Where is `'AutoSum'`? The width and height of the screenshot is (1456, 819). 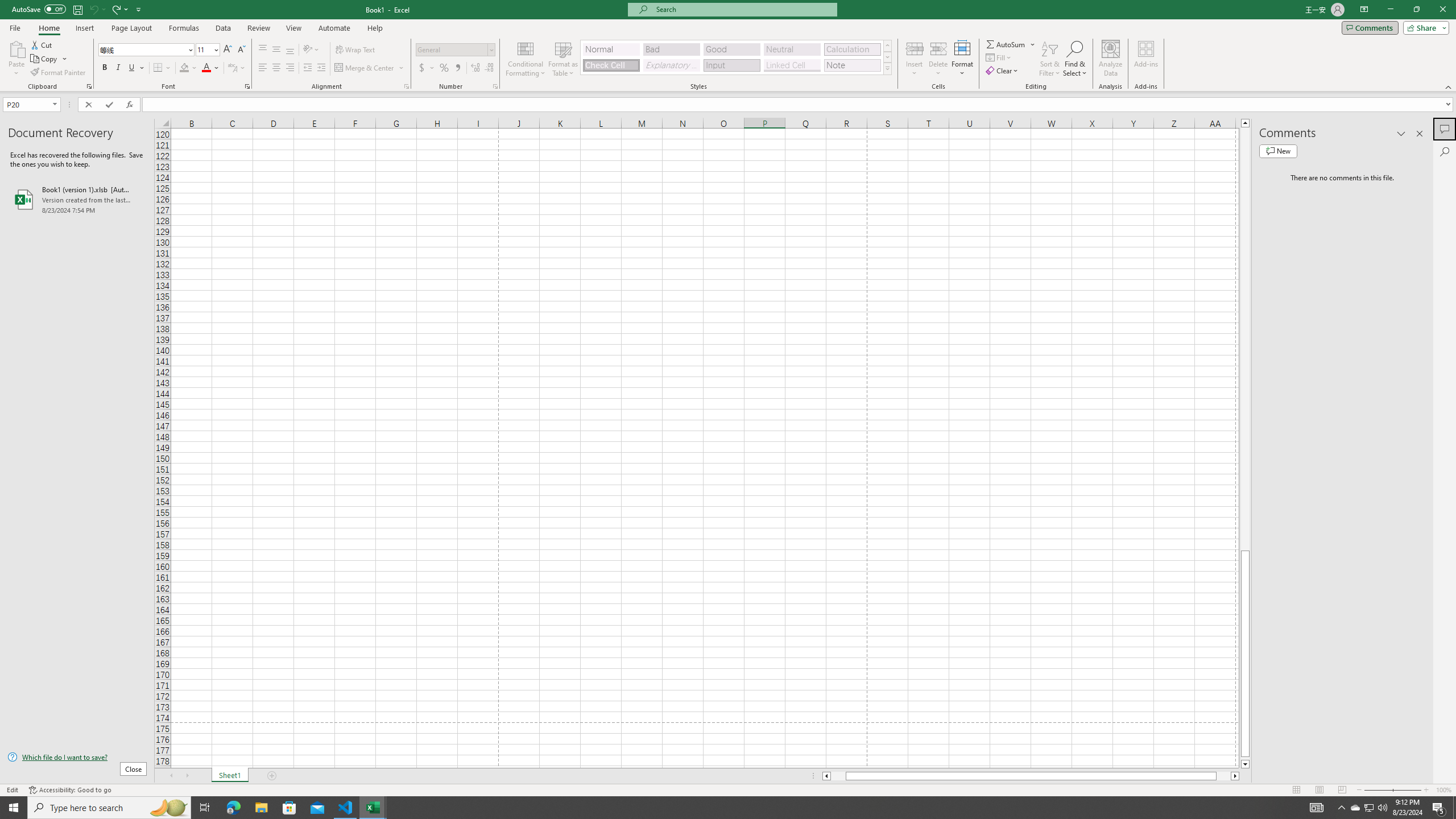 'AutoSum' is located at coordinates (1011, 44).